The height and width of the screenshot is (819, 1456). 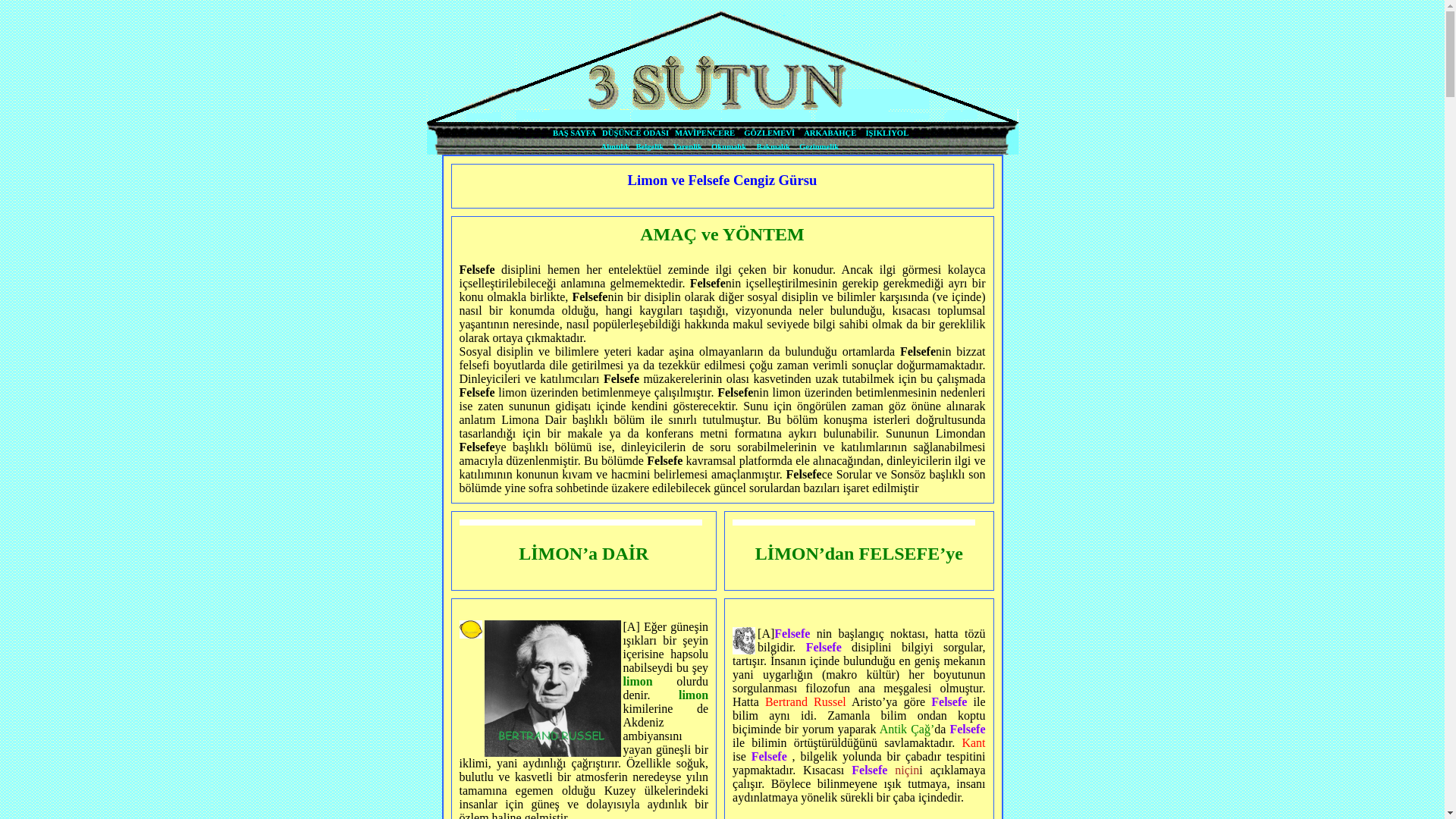 I want to click on 'Gezinmelik', so click(x=818, y=146).